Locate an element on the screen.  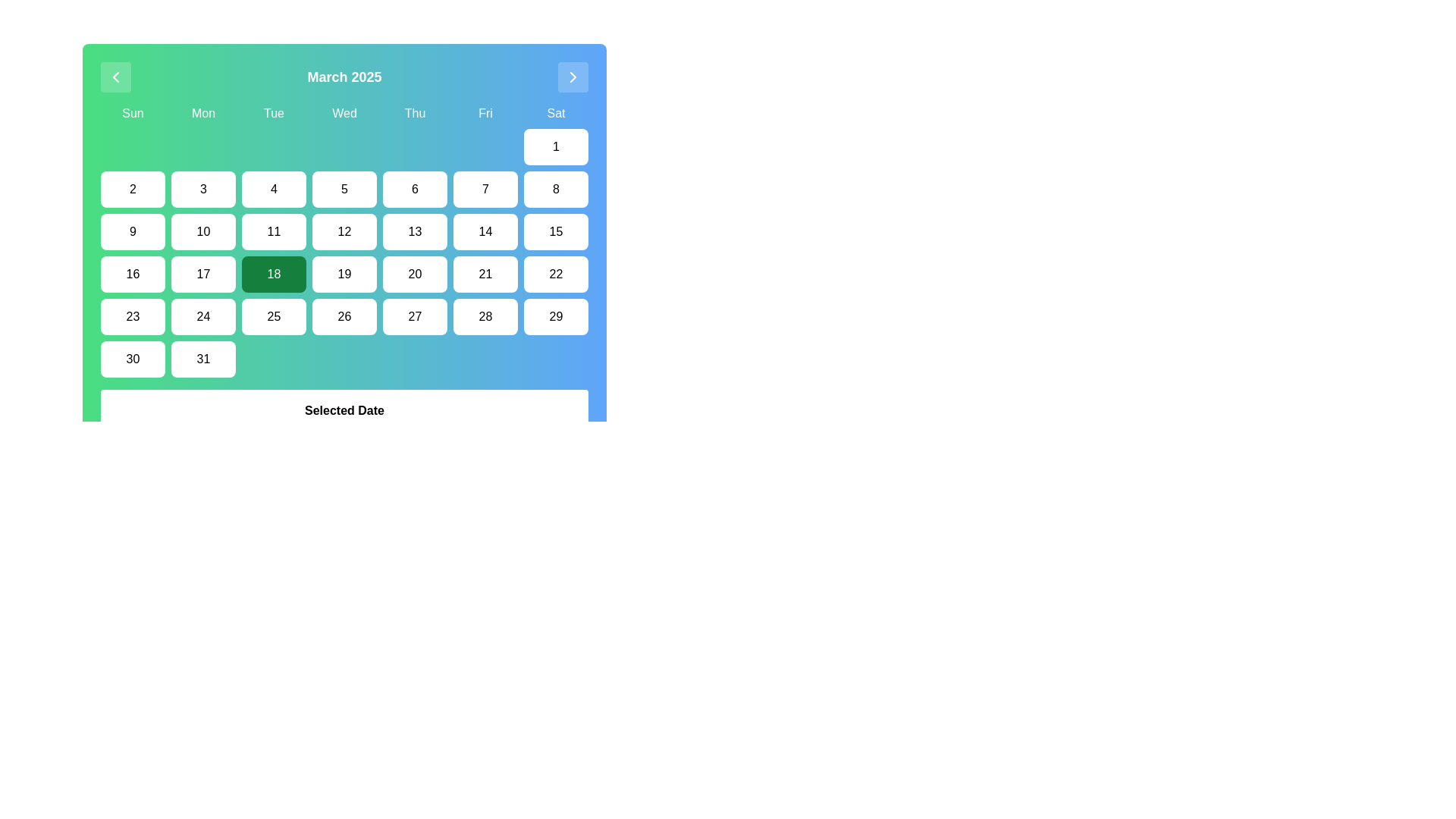
the empty placeholder status of the fifth cell in the first row of the grid, located beneath the 'Thu' column is located at coordinates (415, 146).